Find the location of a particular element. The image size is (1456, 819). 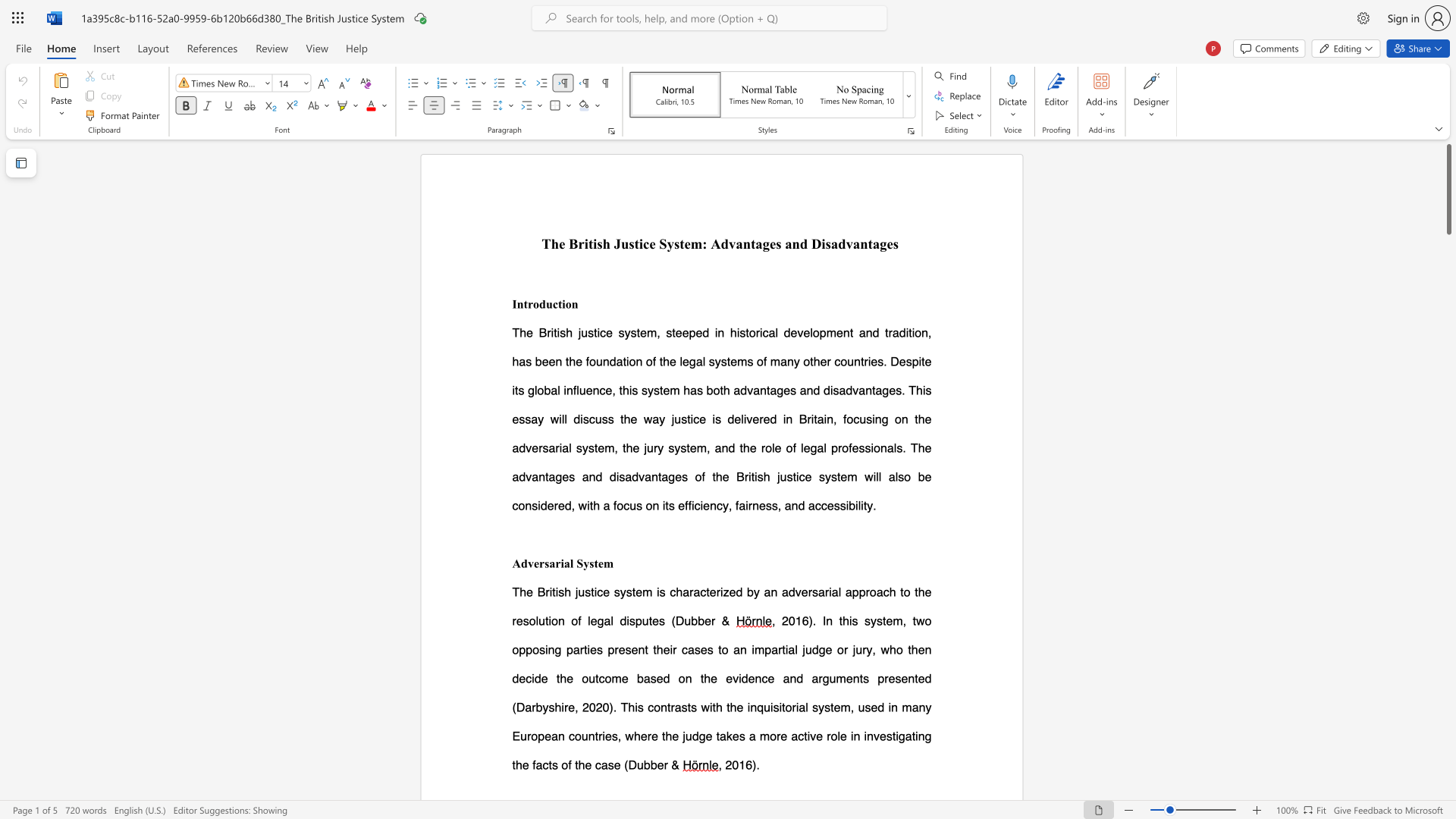

the subset text "tice System: Advantages and Dis" within the text "The British Justice System: Advantages and Disadvantages" is located at coordinates (634, 243).